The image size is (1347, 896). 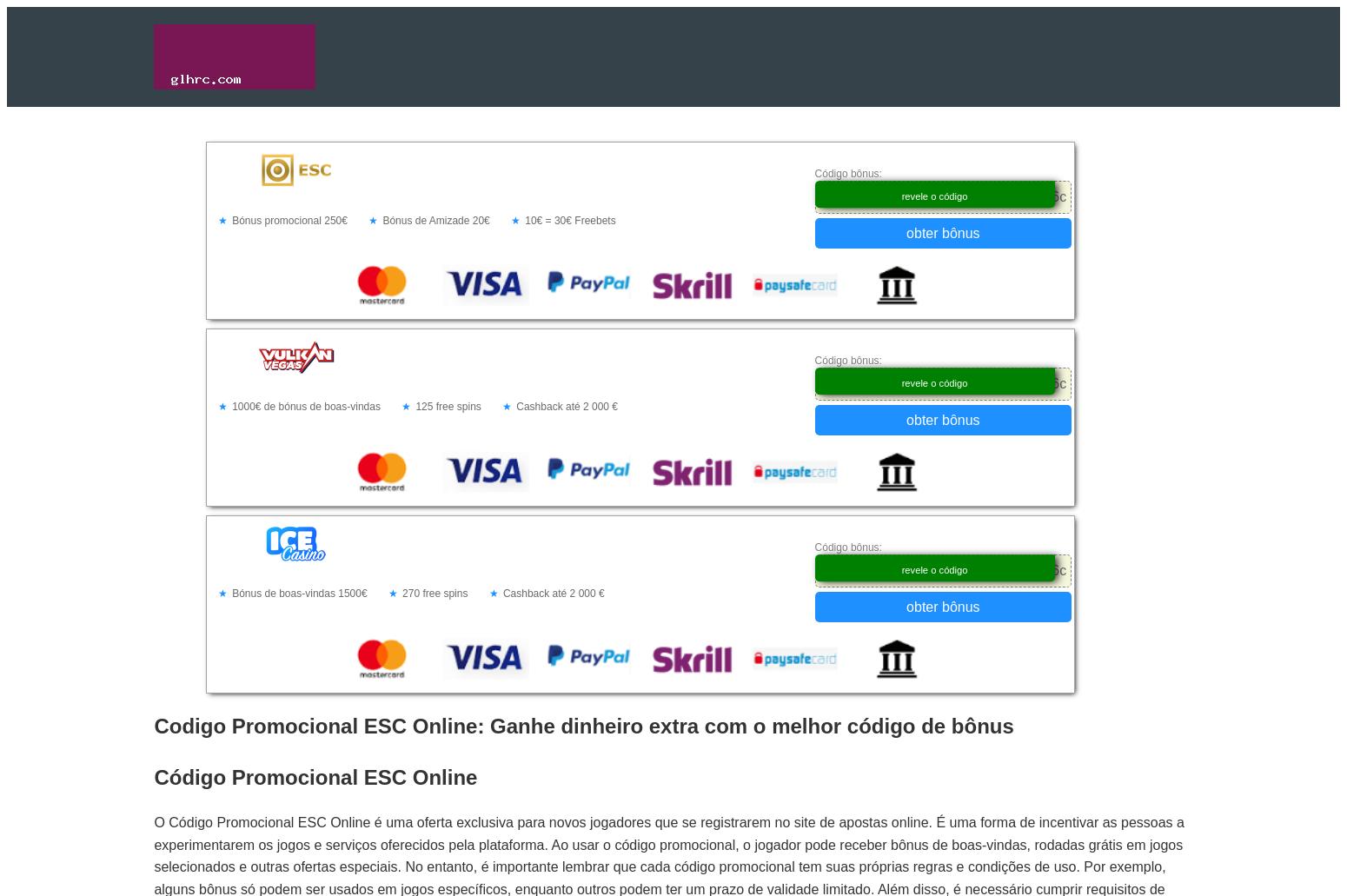 I want to click on 'Bónus promocional 250€', so click(x=288, y=220).